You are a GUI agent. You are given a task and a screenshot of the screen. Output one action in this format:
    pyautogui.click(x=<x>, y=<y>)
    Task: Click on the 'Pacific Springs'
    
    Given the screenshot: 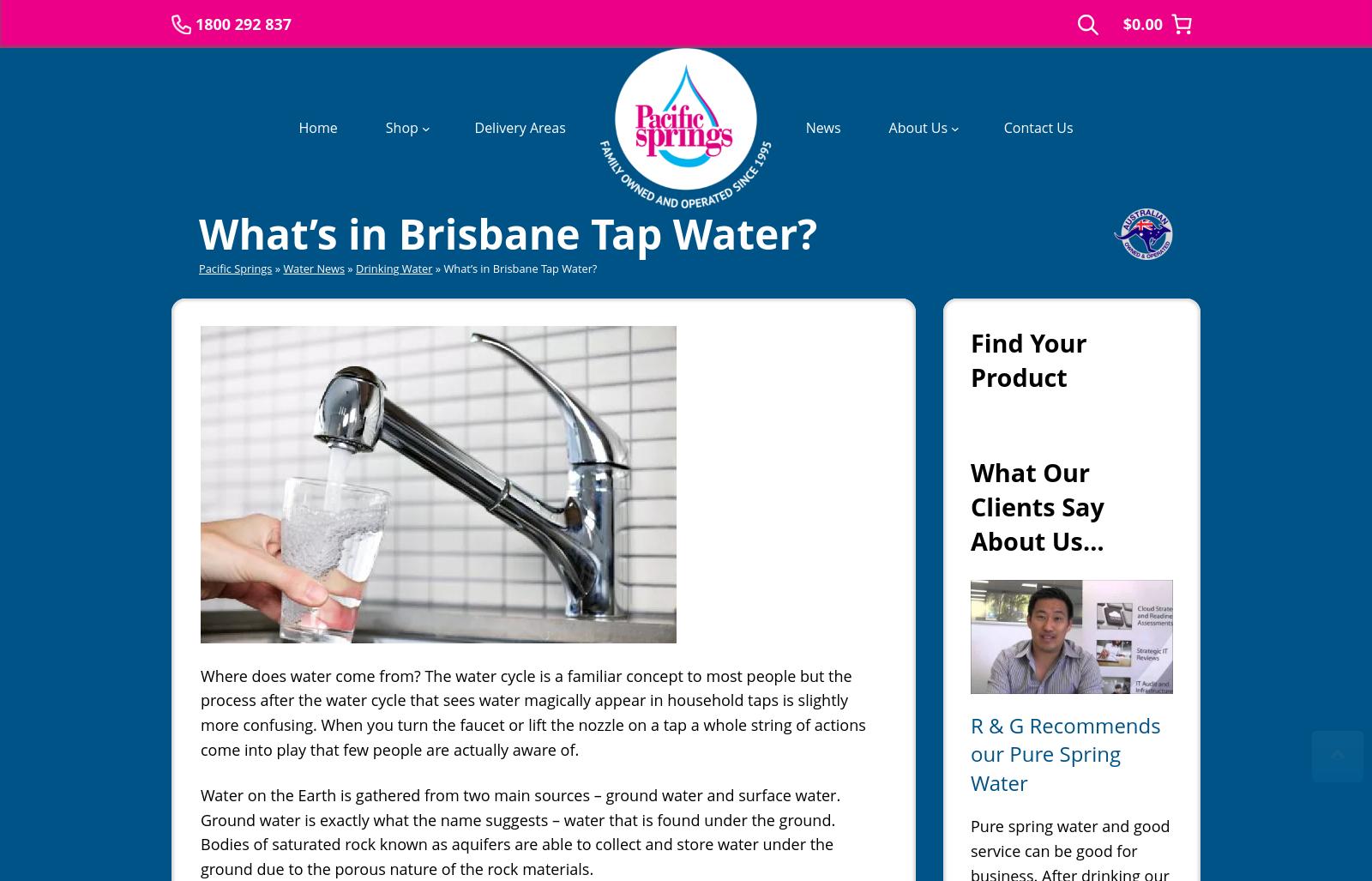 What is the action you would take?
    pyautogui.click(x=235, y=268)
    